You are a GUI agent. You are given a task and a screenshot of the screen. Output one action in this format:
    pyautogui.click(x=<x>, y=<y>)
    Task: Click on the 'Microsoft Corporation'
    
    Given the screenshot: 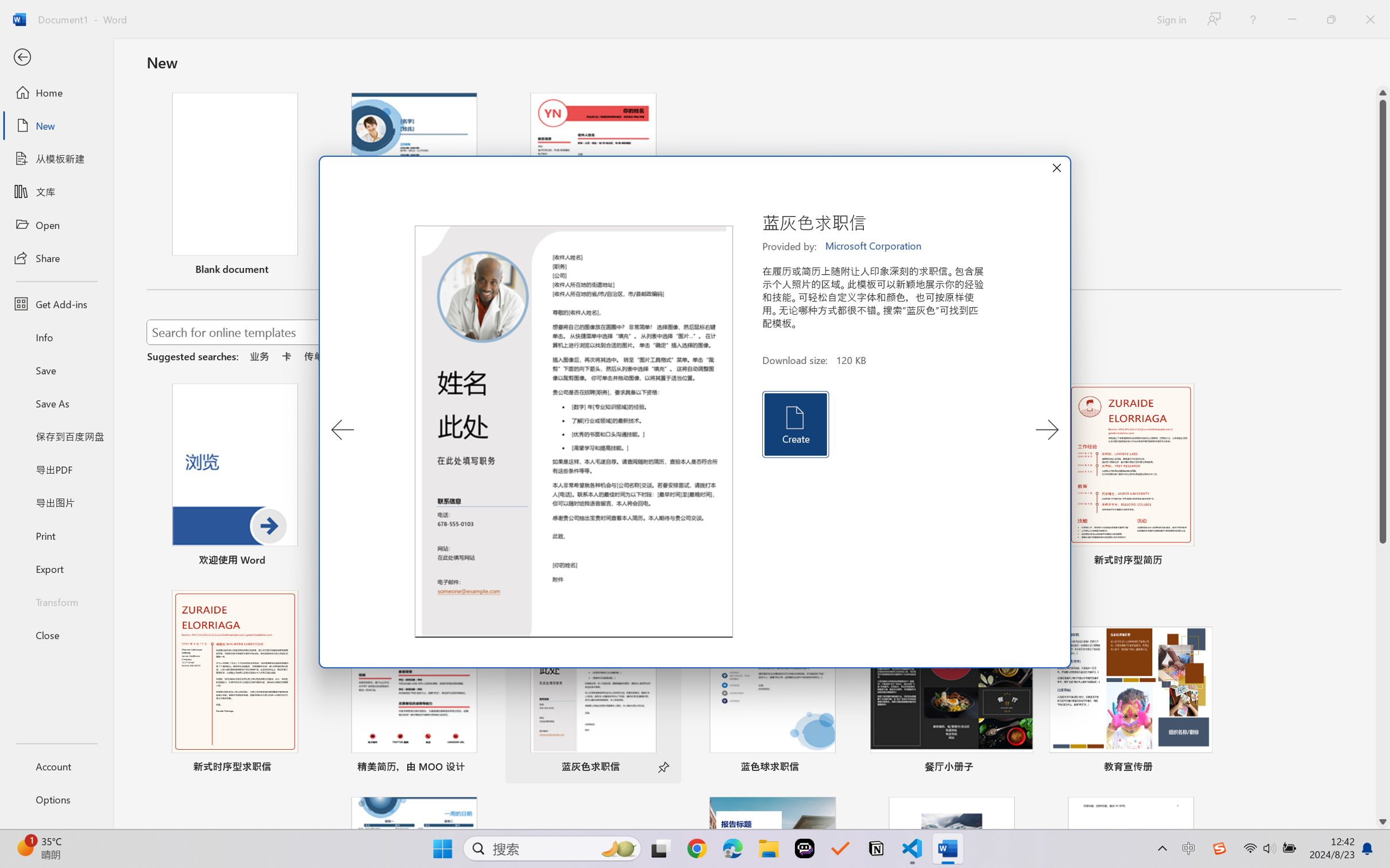 What is the action you would take?
    pyautogui.click(x=874, y=246)
    